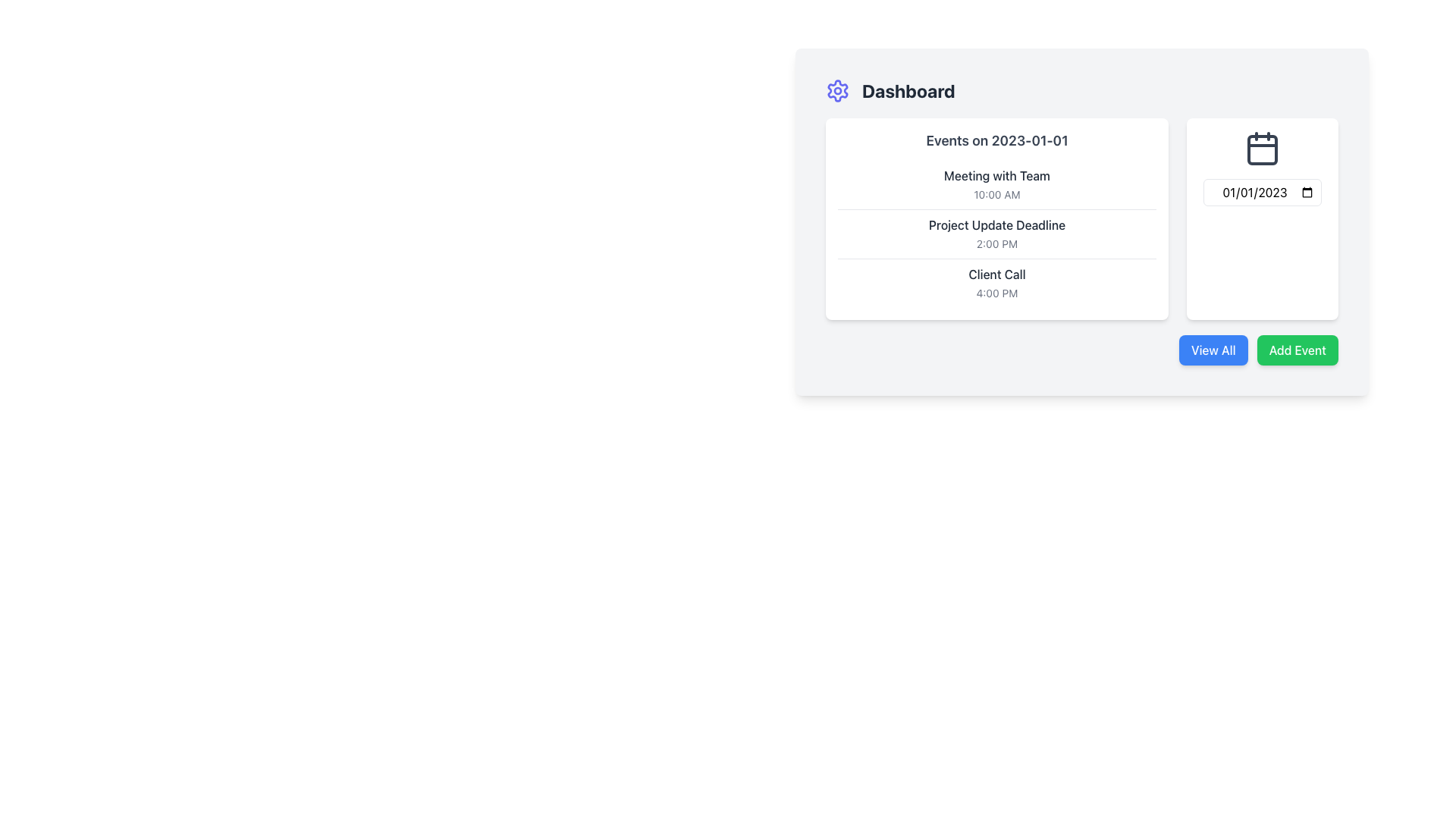  What do you see at coordinates (997, 283) in the screenshot?
I see `the 'Client Call' text display, which includes the title in bold and dark font and the smaller text '4:00 PM' below it` at bounding box center [997, 283].